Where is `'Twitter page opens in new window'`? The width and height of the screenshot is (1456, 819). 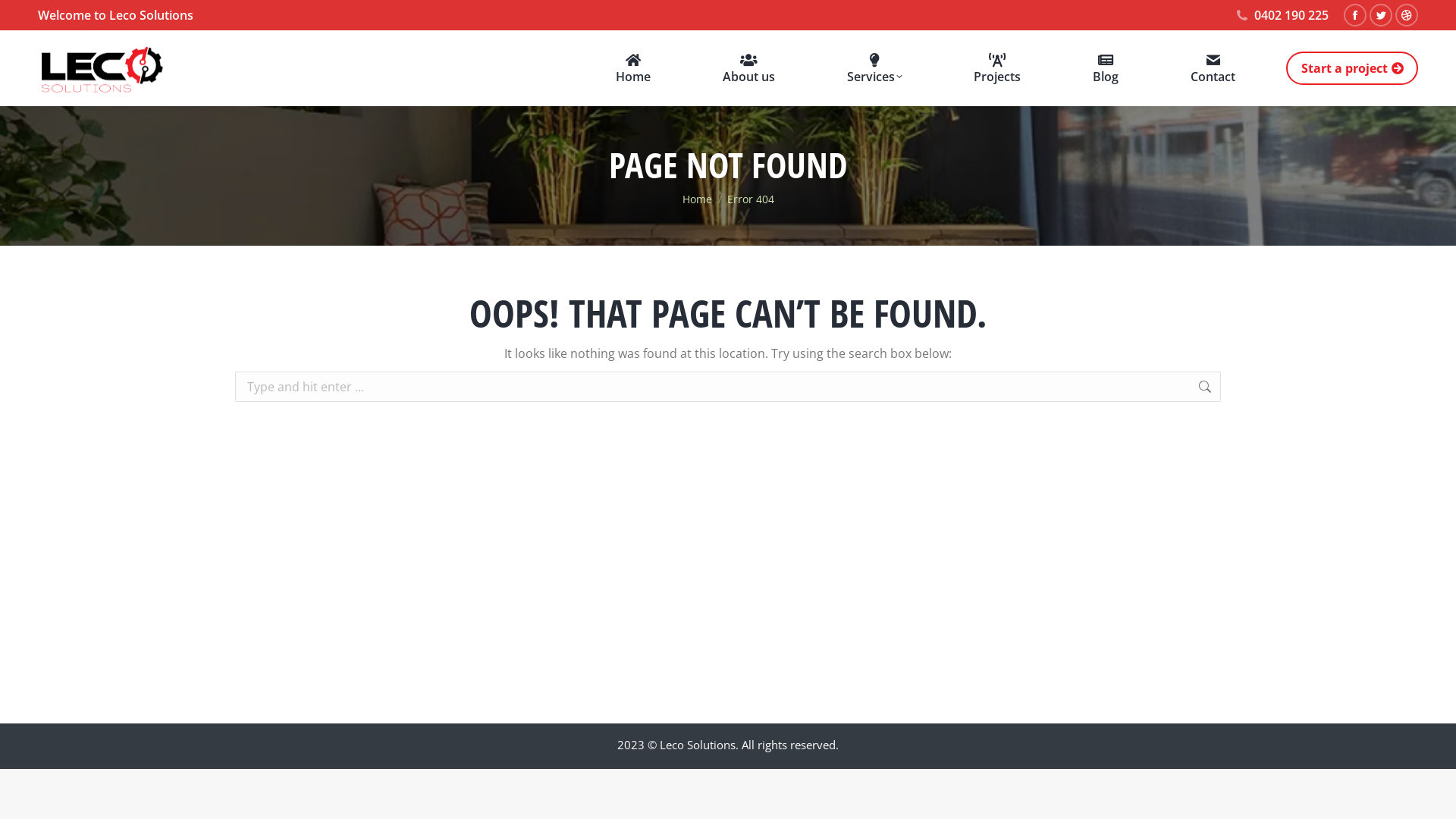 'Twitter page opens in new window' is located at coordinates (1380, 14).